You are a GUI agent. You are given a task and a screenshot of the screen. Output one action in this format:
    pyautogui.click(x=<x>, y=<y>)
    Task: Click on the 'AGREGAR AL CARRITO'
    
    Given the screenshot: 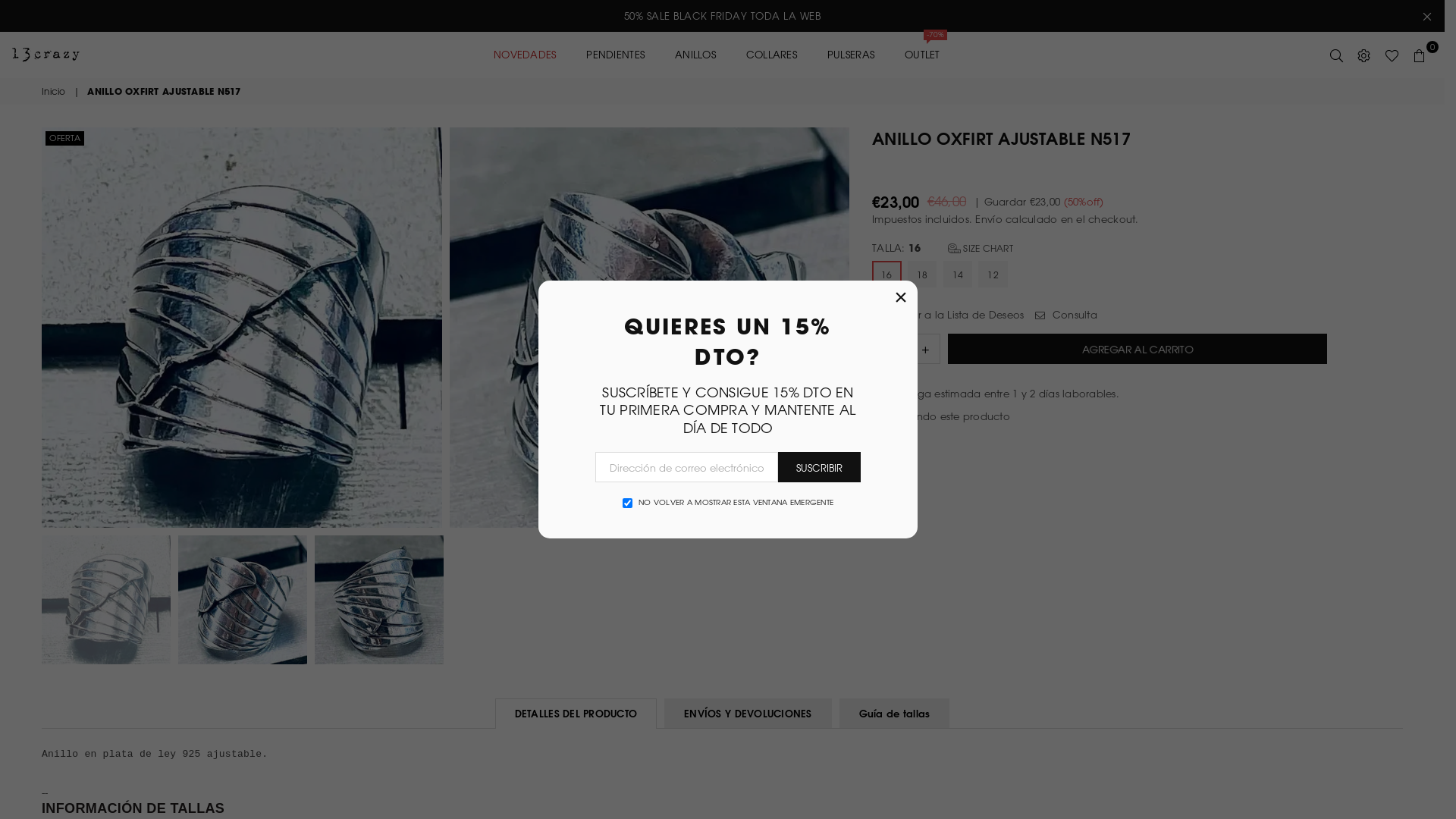 What is the action you would take?
    pyautogui.click(x=1137, y=348)
    